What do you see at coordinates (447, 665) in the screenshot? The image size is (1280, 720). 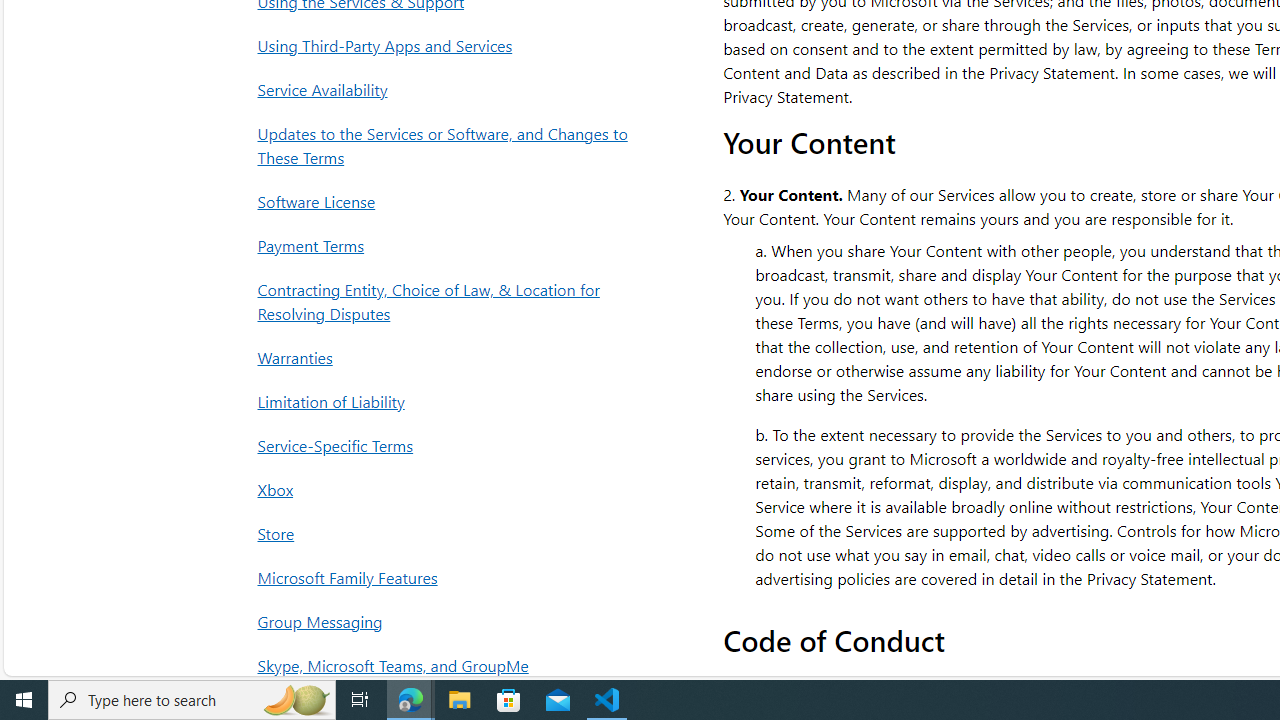 I see `'Skype, Microsoft Teams, and GroupMe'` at bounding box center [447, 665].